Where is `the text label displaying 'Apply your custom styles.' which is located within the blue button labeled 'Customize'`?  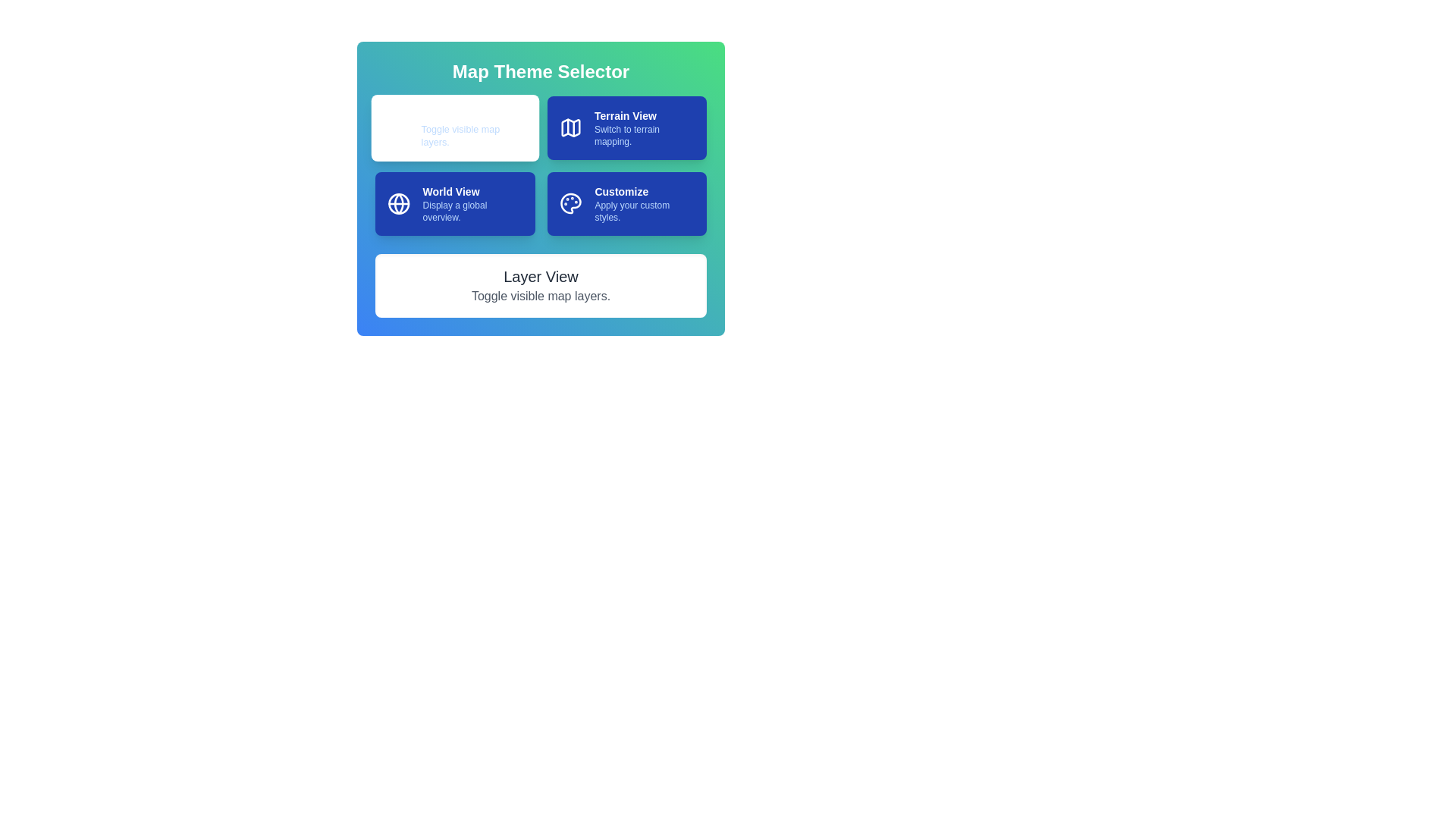
the text label displaying 'Apply your custom styles.' which is located within the blue button labeled 'Customize' is located at coordinates (645, 211).